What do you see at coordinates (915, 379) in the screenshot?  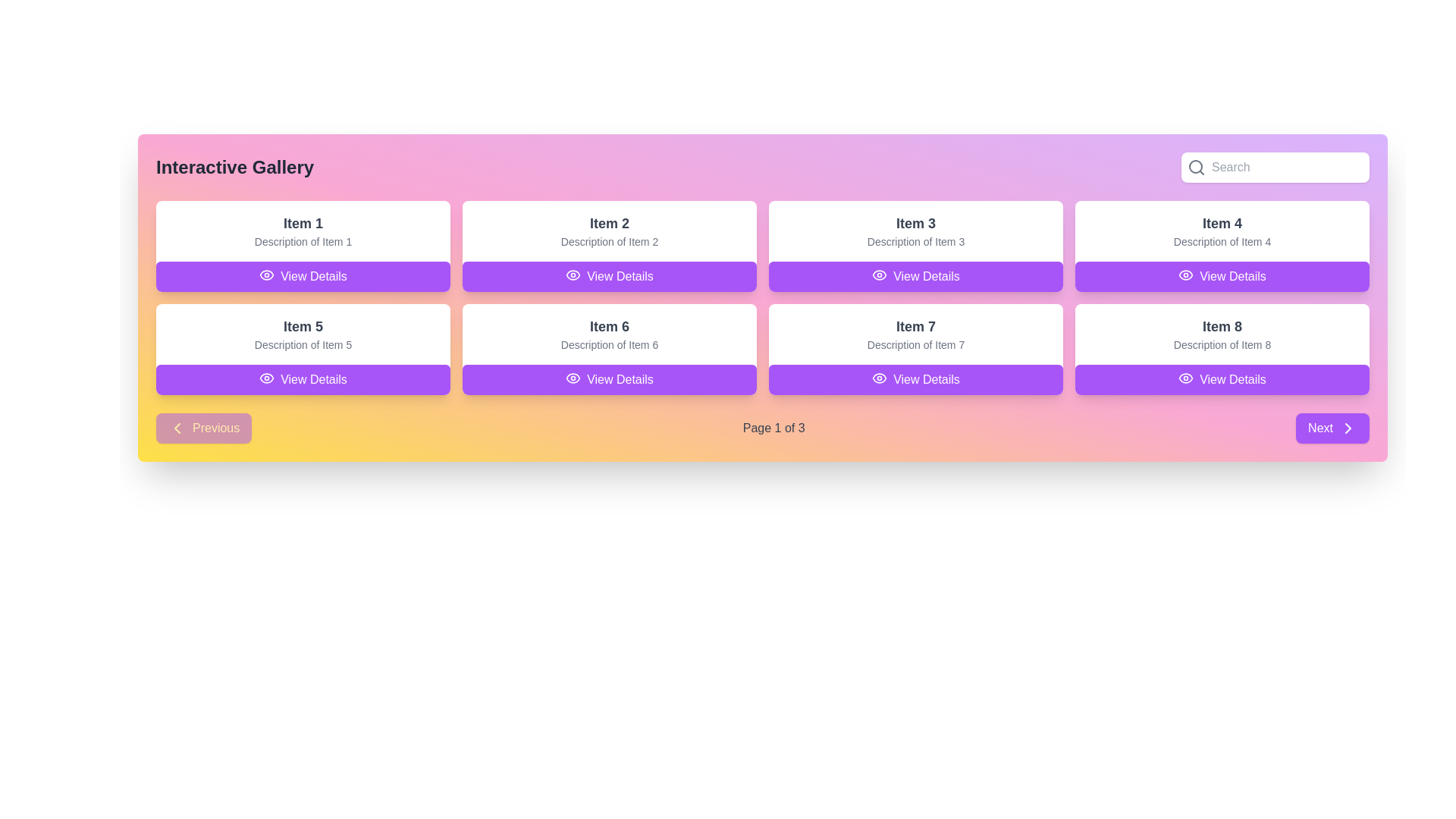 I see `the button with a solid purple background and white text that says 'View Details' located below 'Item 7' in the card's bottom-right corner` at bounding box center [915, 379].